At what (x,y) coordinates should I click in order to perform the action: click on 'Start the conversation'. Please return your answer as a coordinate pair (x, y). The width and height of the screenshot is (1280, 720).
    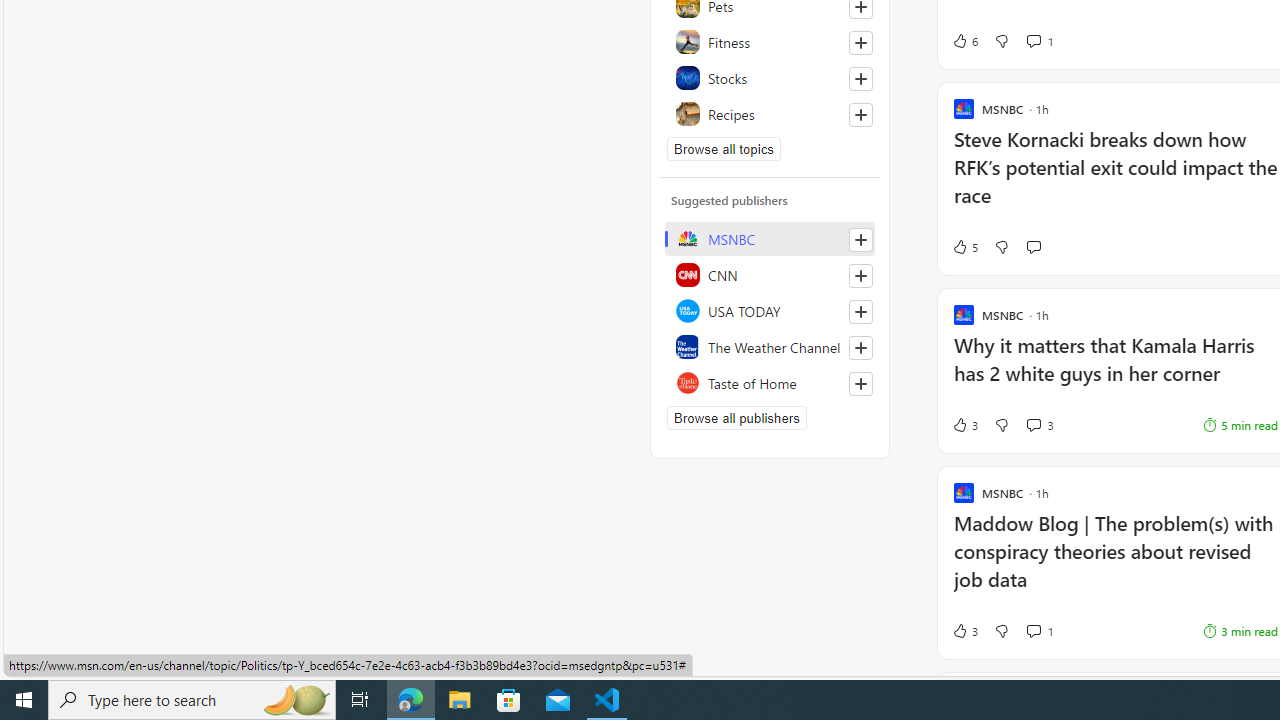
    Looking at the image, I should click on (1033, 245).